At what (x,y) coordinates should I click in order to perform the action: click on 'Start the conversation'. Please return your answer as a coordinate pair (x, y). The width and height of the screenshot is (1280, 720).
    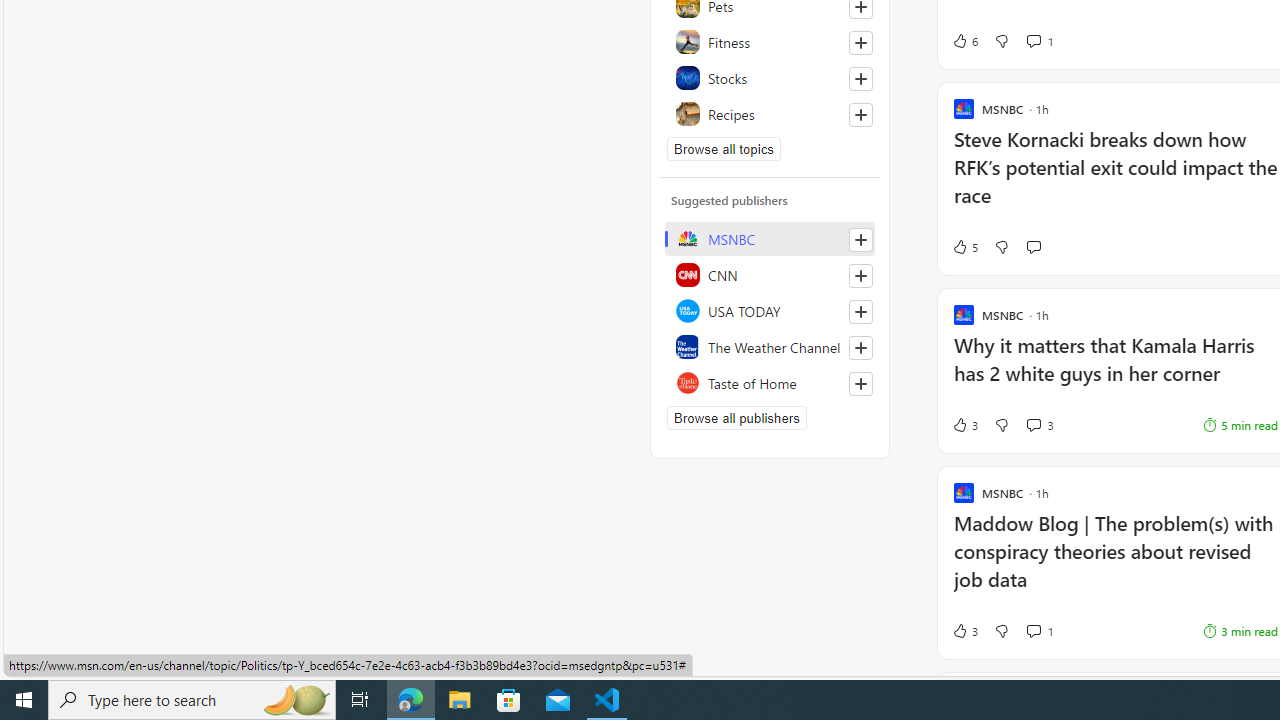
    Looking at the image, I should click on (1033, 245).